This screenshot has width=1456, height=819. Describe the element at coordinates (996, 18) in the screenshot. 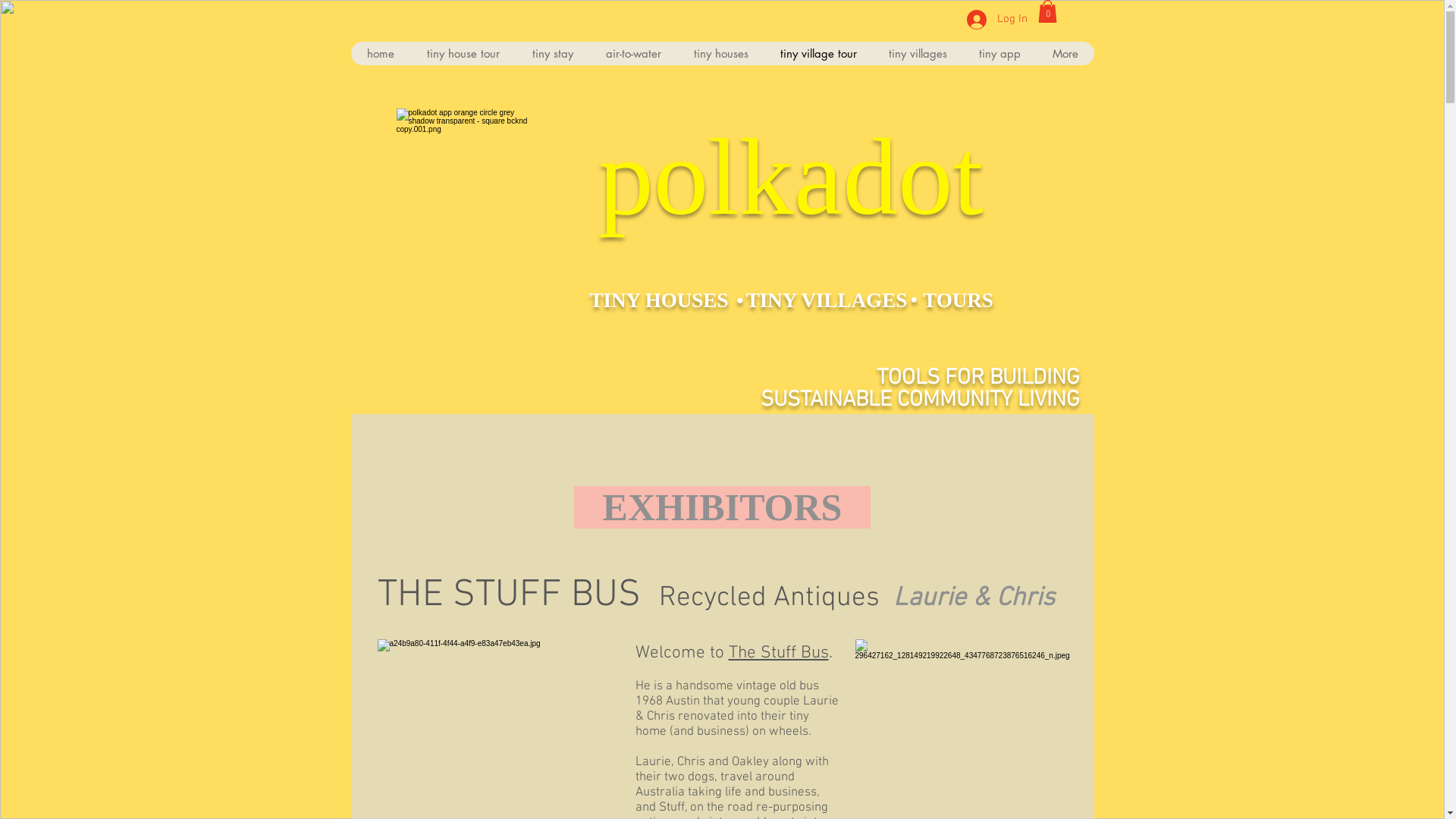

I see `'Log In'` at that location.